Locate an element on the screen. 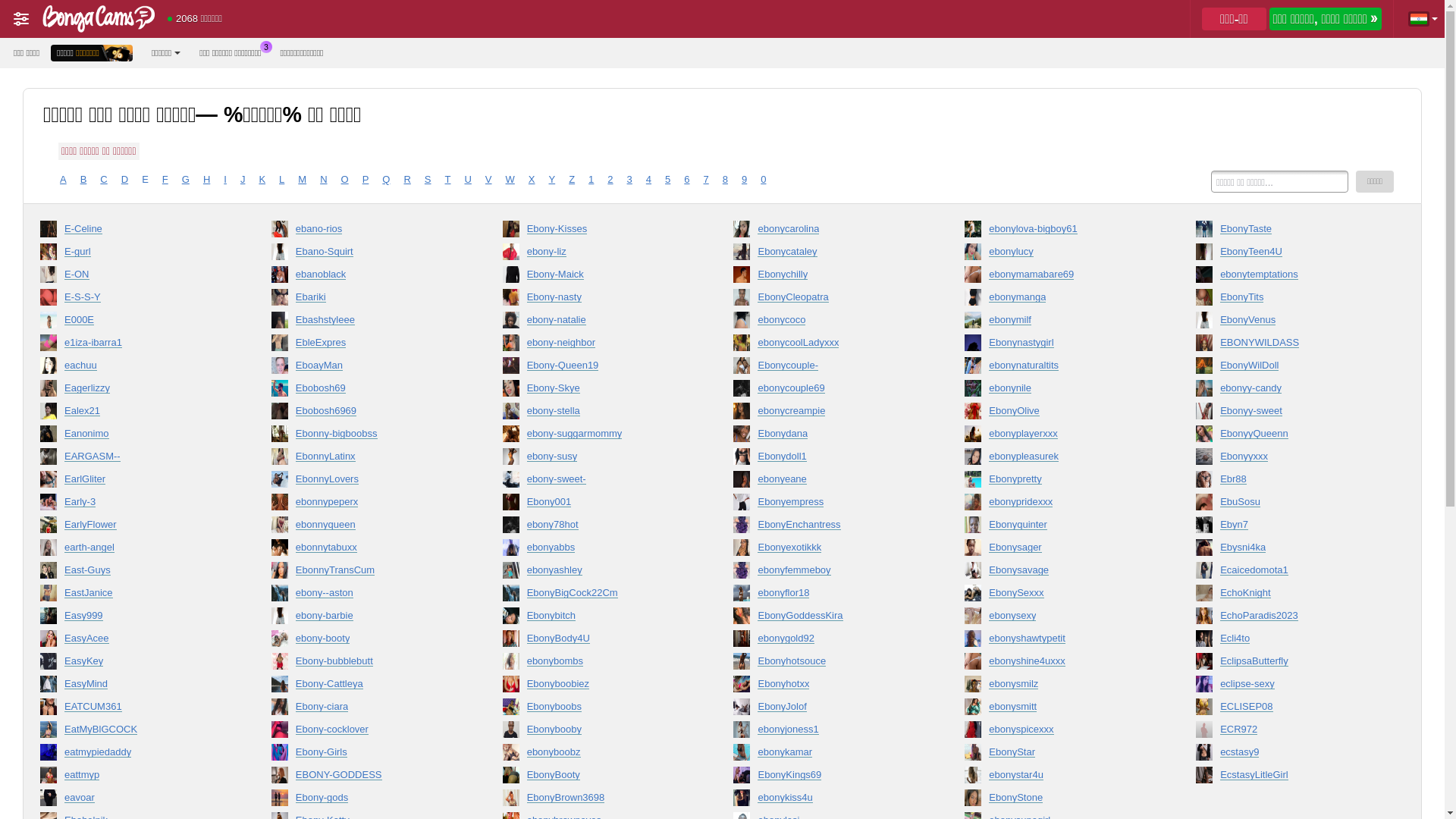  'P' is located at coordinates (366, 178).